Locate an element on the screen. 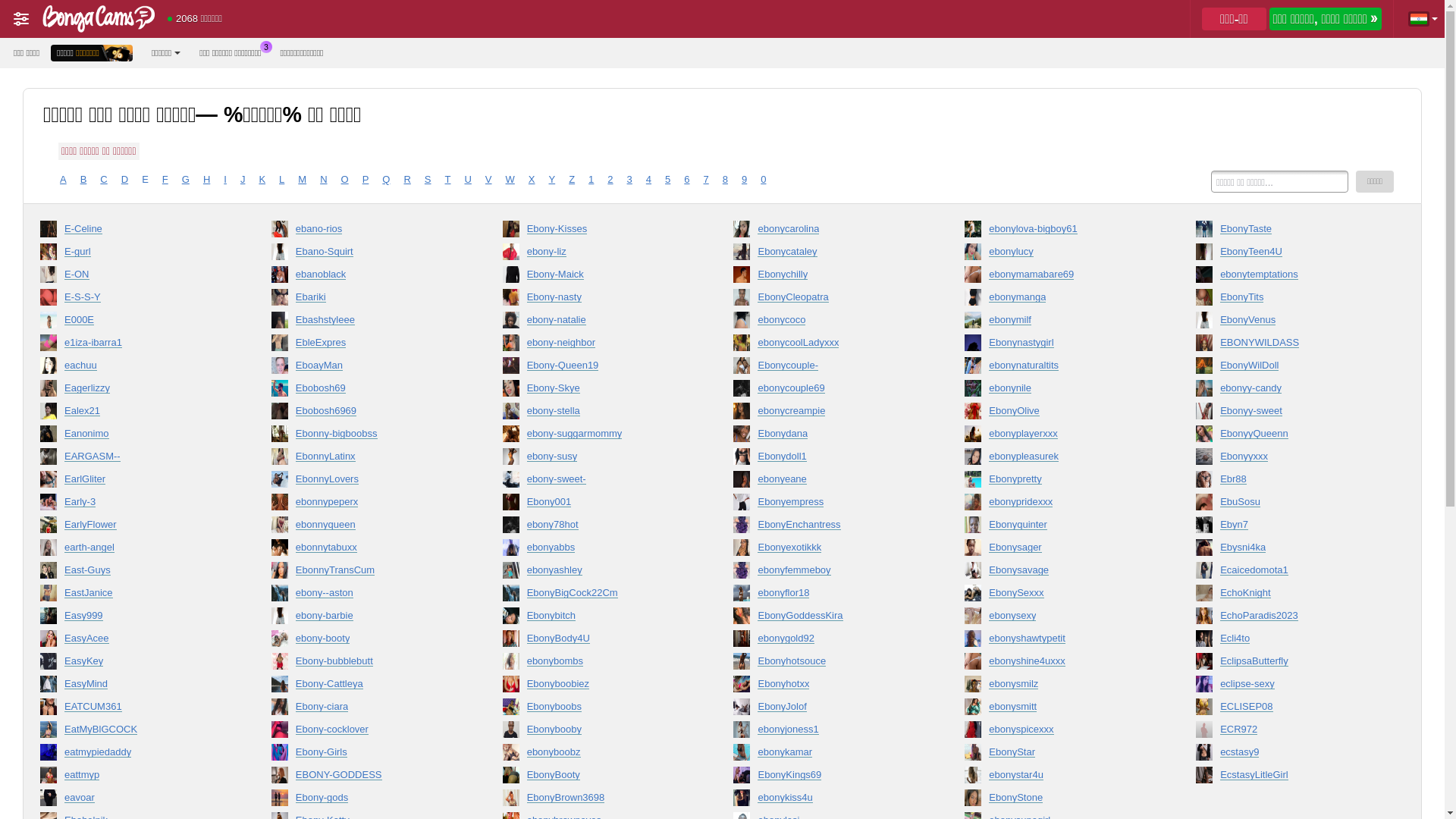  'P' is located at coordinates (366, 178).